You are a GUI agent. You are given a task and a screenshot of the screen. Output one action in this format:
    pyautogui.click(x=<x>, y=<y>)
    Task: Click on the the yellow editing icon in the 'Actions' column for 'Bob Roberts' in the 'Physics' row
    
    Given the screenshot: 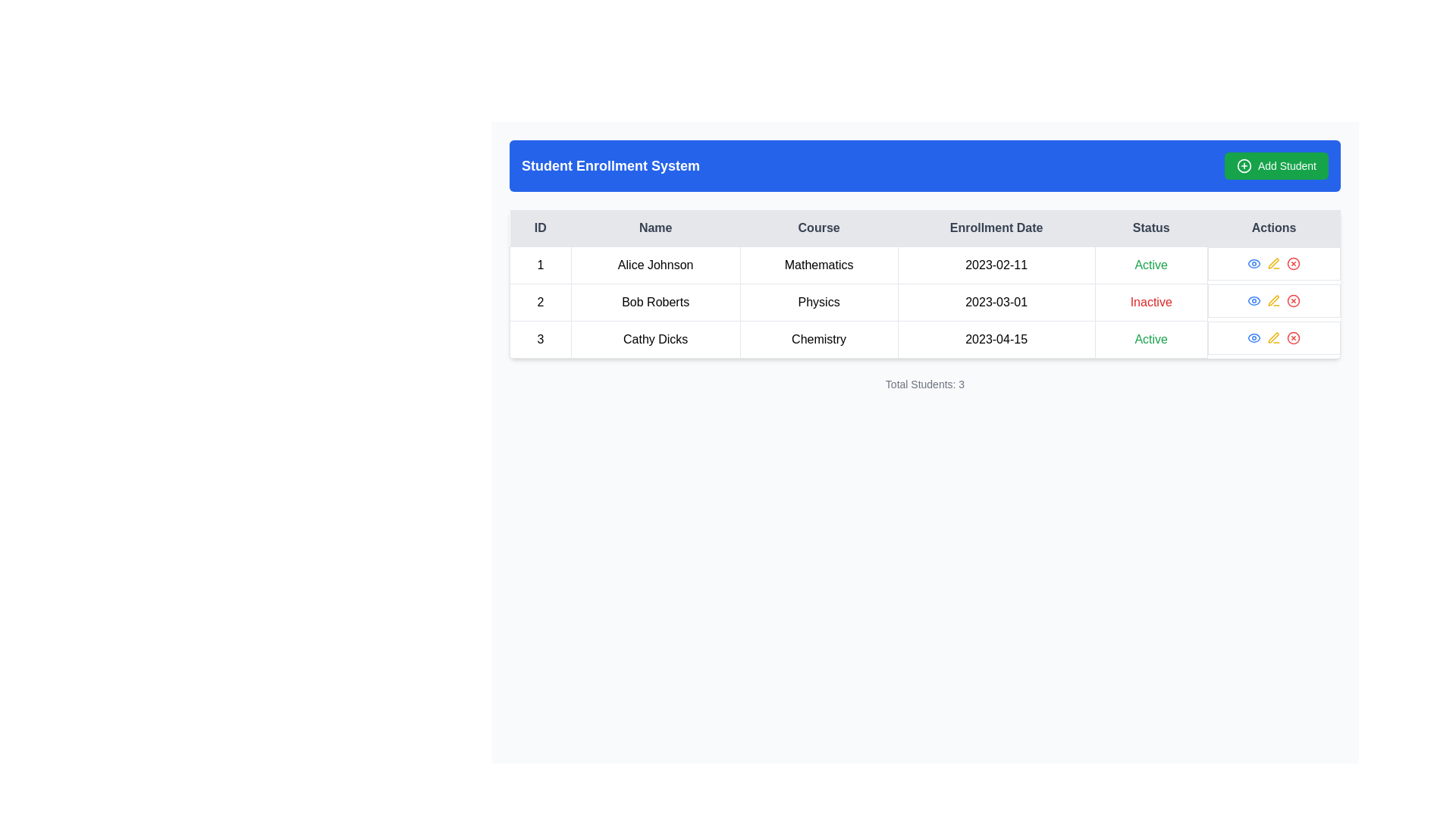 What is the action you would take?
    pyautogui.click(x=1274, y=262)
    